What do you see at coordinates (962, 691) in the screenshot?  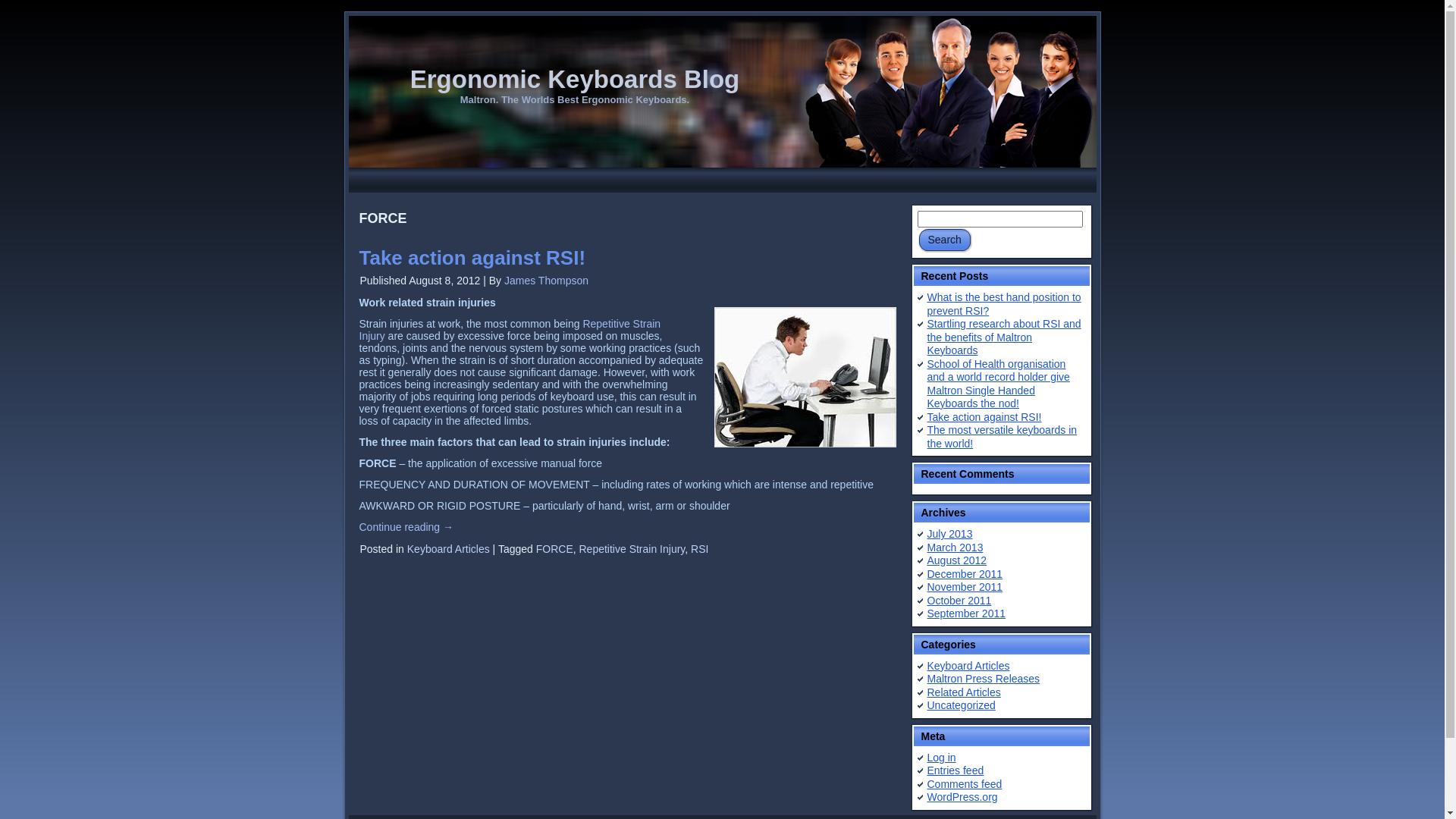 I see `'Related Articles'` at bounding box center [962, 691].